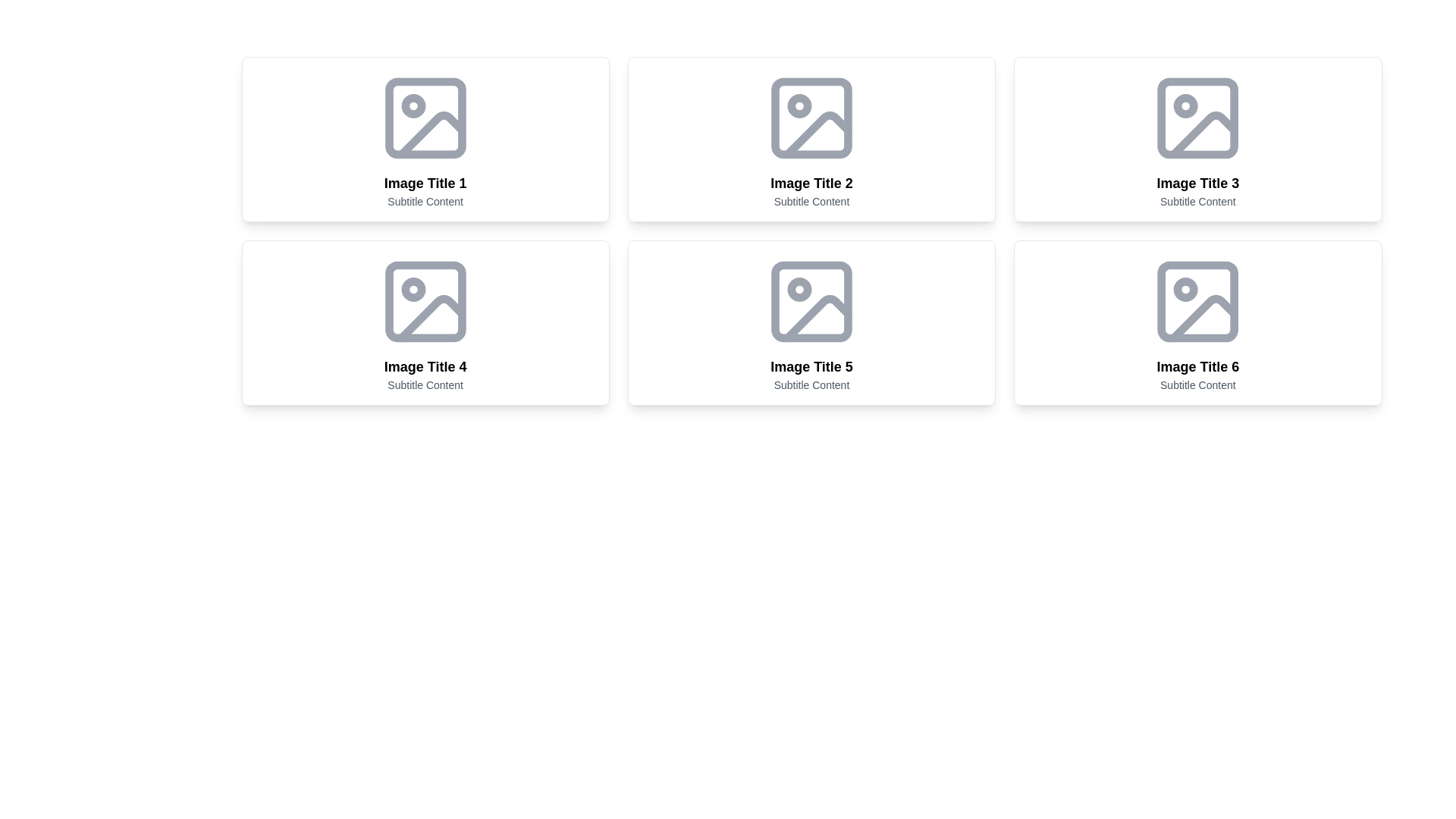  What do you see at coordinates (425, 301) in the screenshot?
I see `the SVG rectangle shape with rounded corners located in the 'Image Title 4' tile, which is in the second row and first column of the grid` at bounding box center [425, 301].